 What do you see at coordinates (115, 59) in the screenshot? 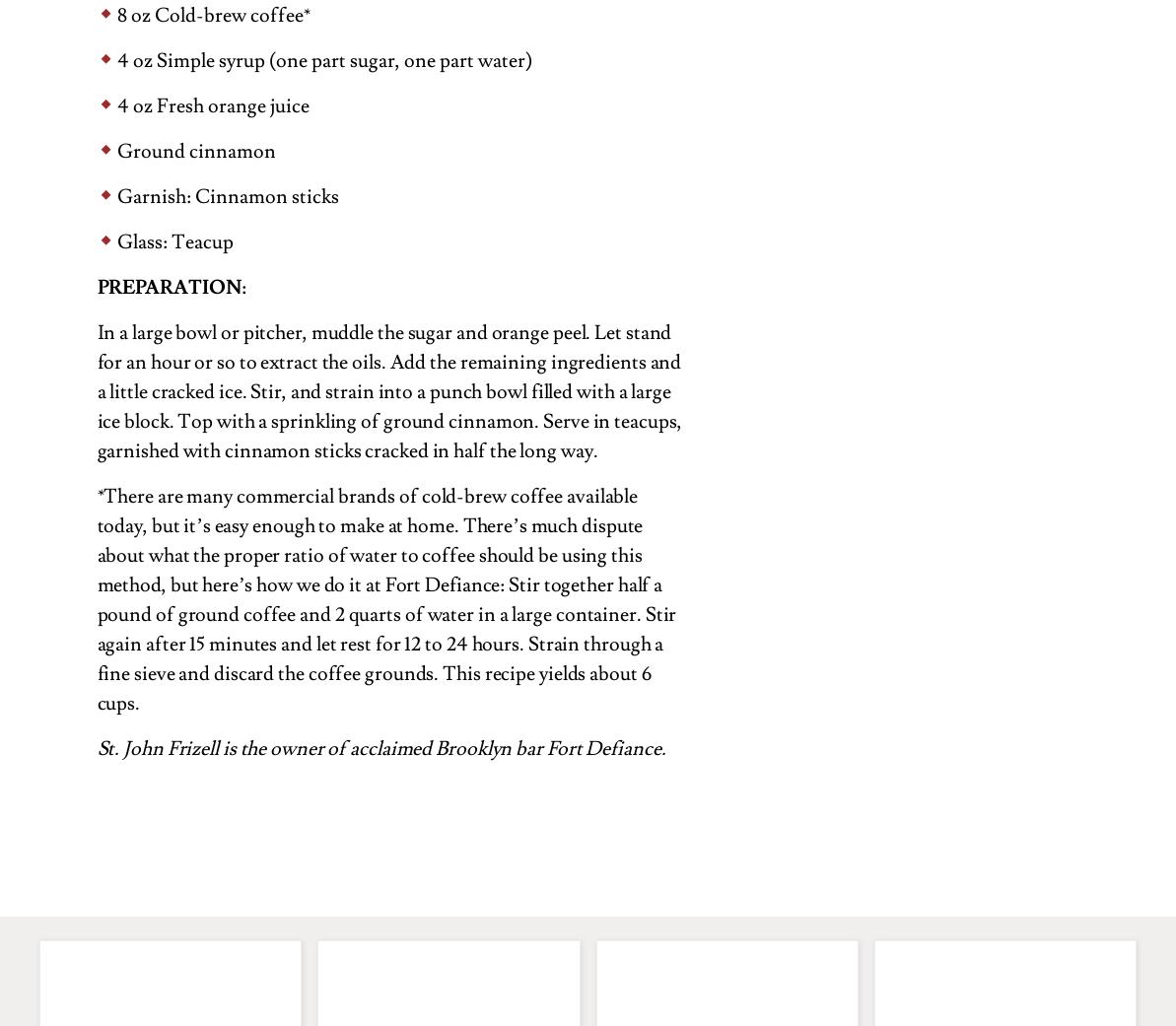
I see `'4 oz Simple syrup (one part sugar, one part water)'` at bounding box center [115, 59].